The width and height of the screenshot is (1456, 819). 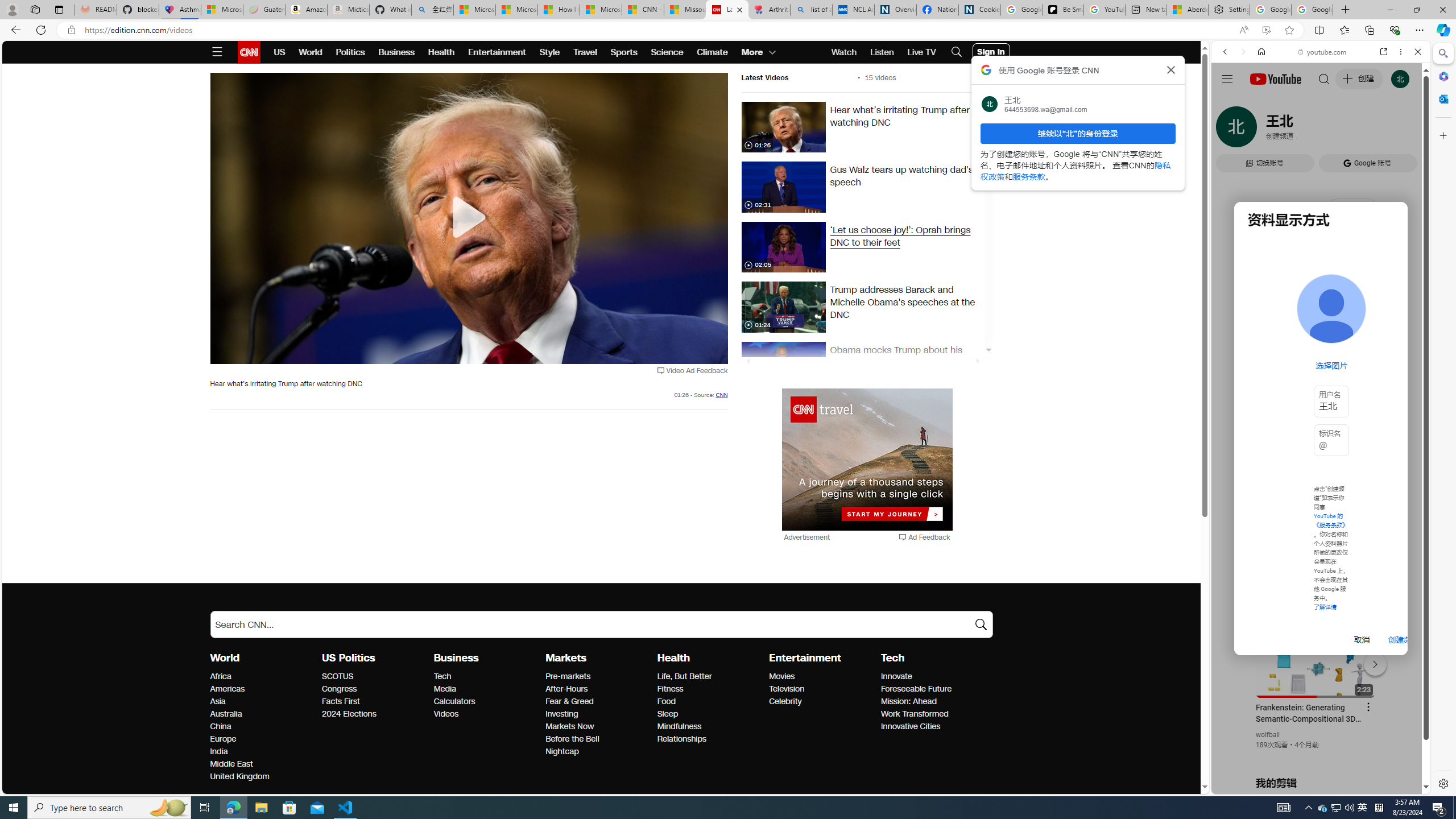 I want to click on 'Pre-markets', so click(x=598, y=677).